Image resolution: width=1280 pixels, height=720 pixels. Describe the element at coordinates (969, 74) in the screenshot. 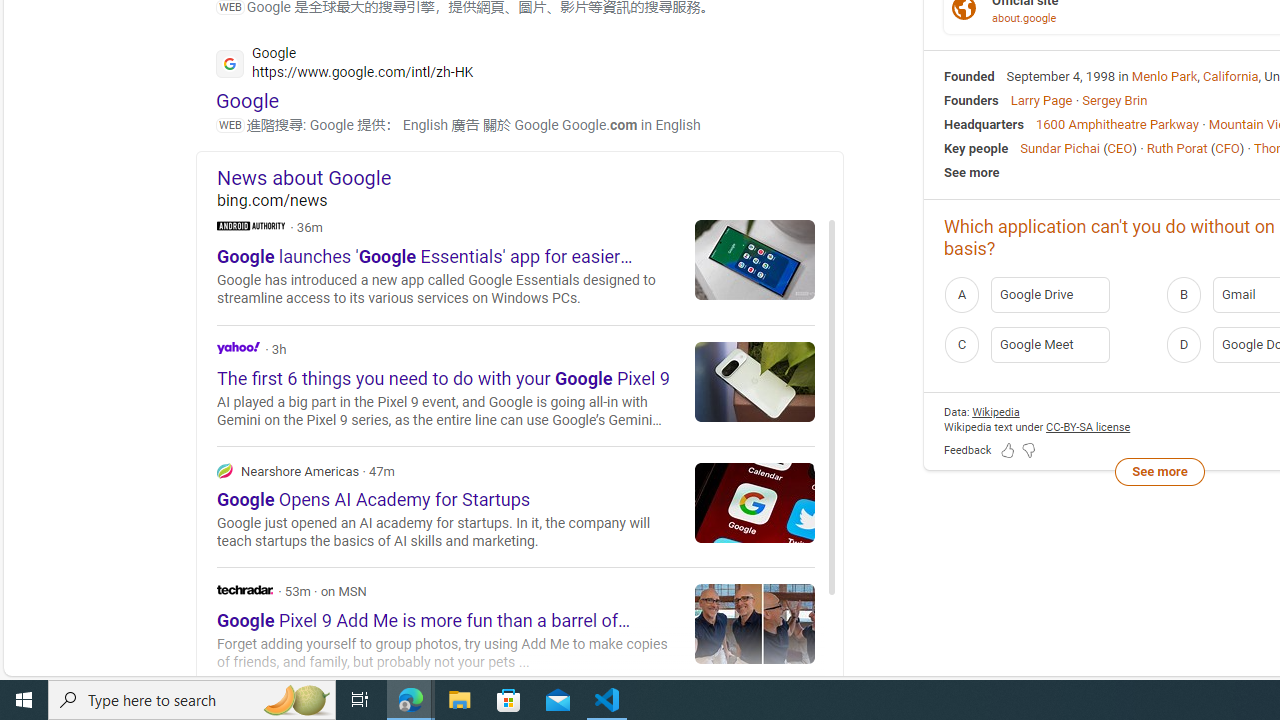

I see `'Founded'` at that location.